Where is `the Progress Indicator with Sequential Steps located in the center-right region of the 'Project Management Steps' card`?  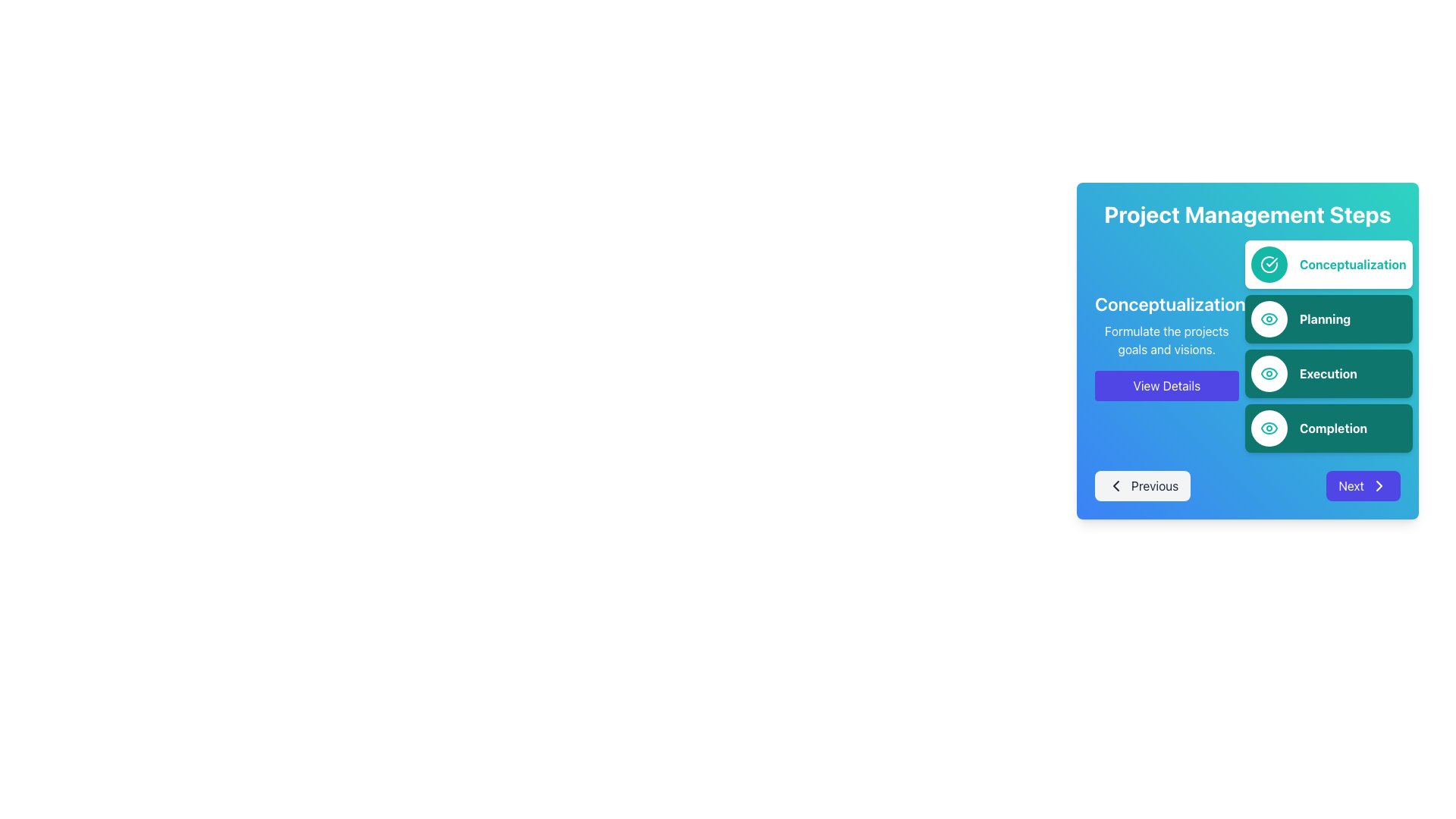
the Progress Indicator with Sequential Steps located in the center-right region of the 'Project Management Steps' card is located at coordinates (1328, 346).